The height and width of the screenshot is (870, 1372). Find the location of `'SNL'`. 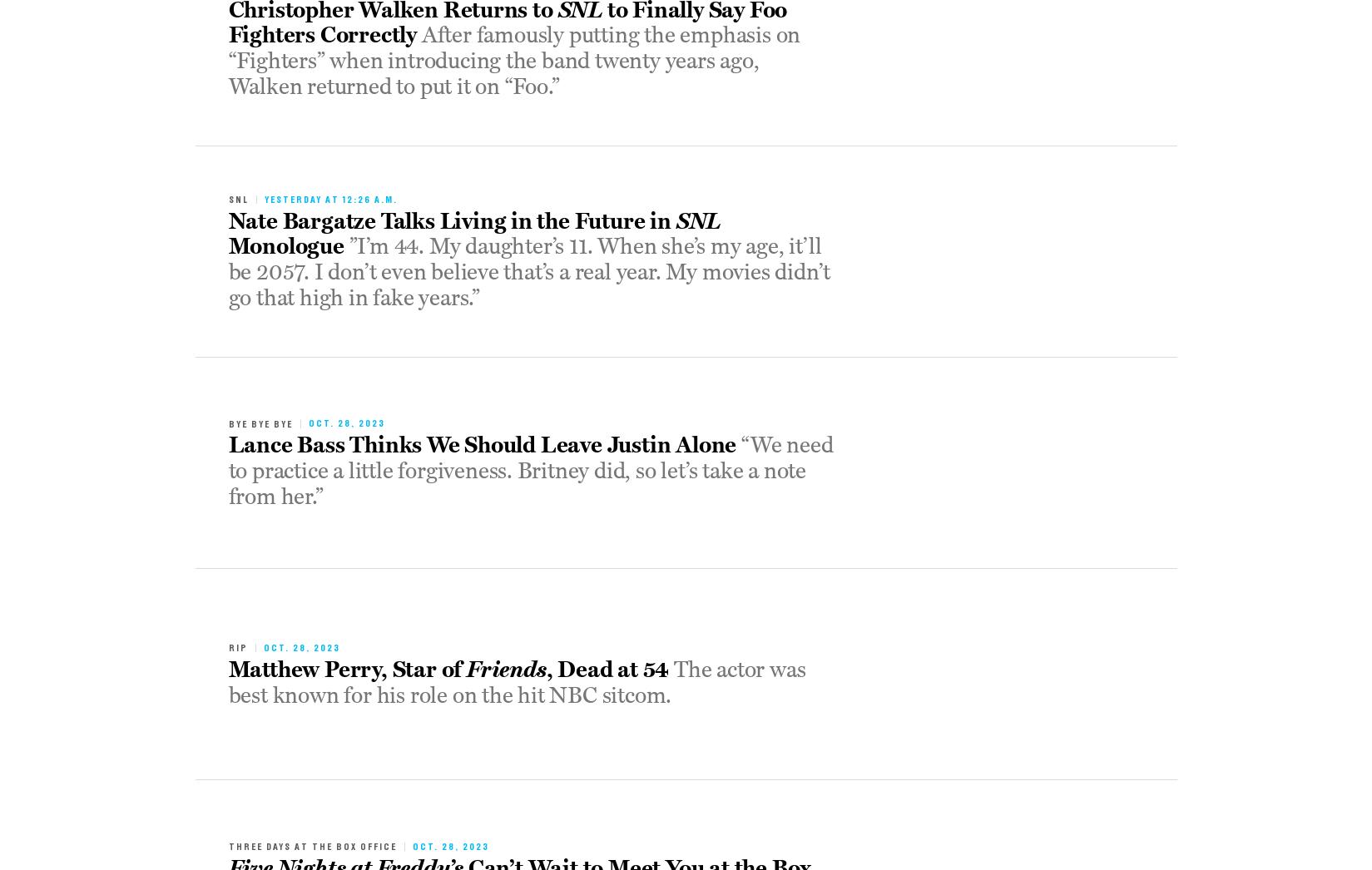

'SNL' is located at coordinates (697, 220).